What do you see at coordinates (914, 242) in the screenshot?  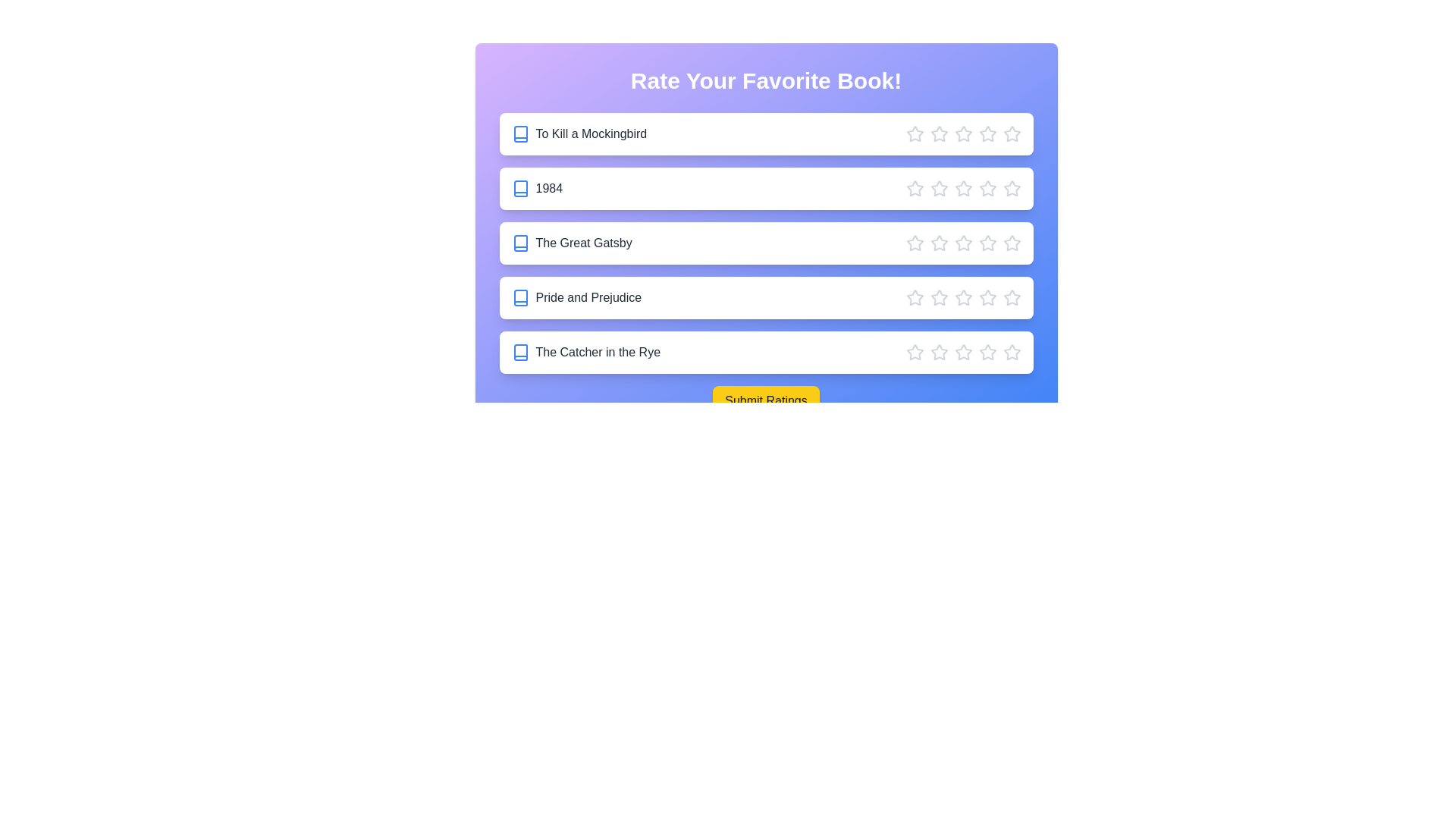 I see `the star corresponding to 1 stars for the book 'The Great Gatsby'` at bounding box center [914, 242].